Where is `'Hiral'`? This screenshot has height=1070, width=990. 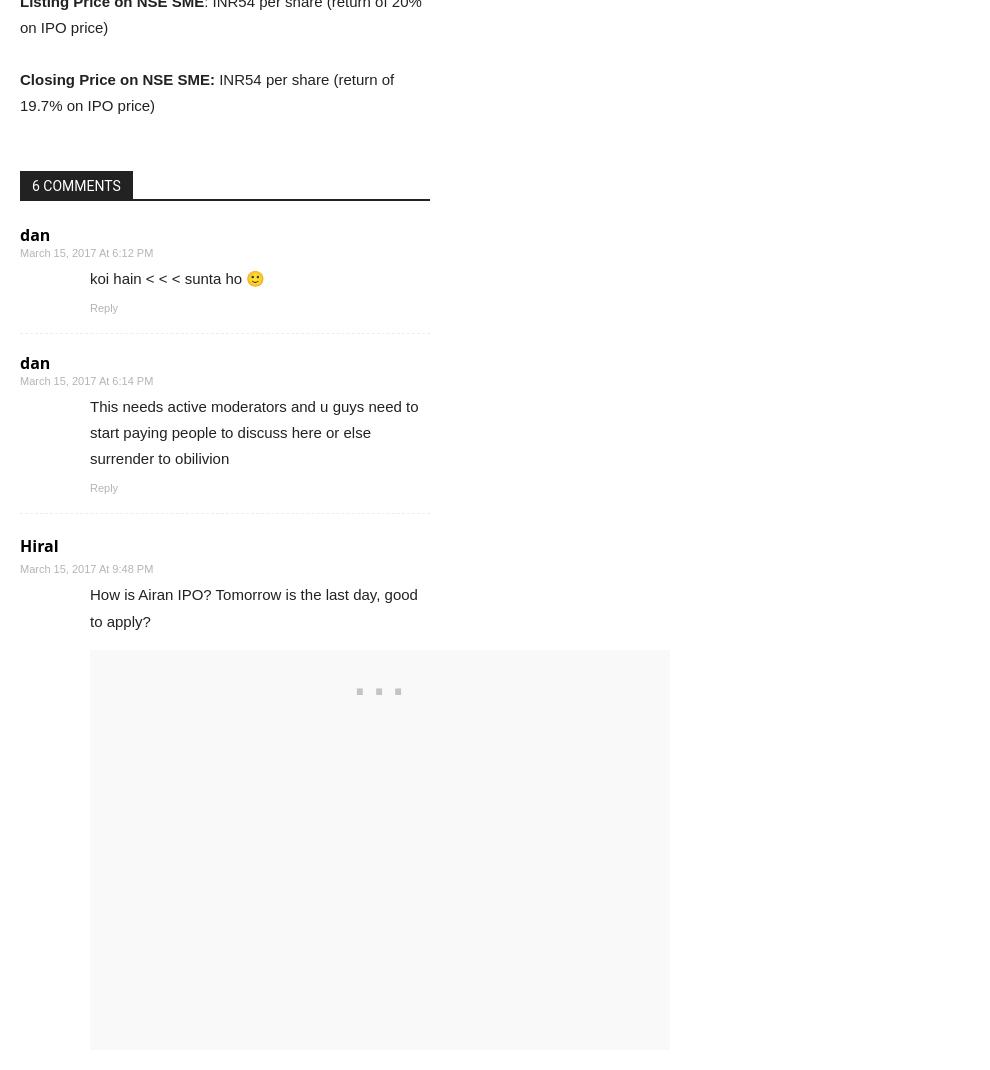
'Hiral' is located at coordinates (18, 545).